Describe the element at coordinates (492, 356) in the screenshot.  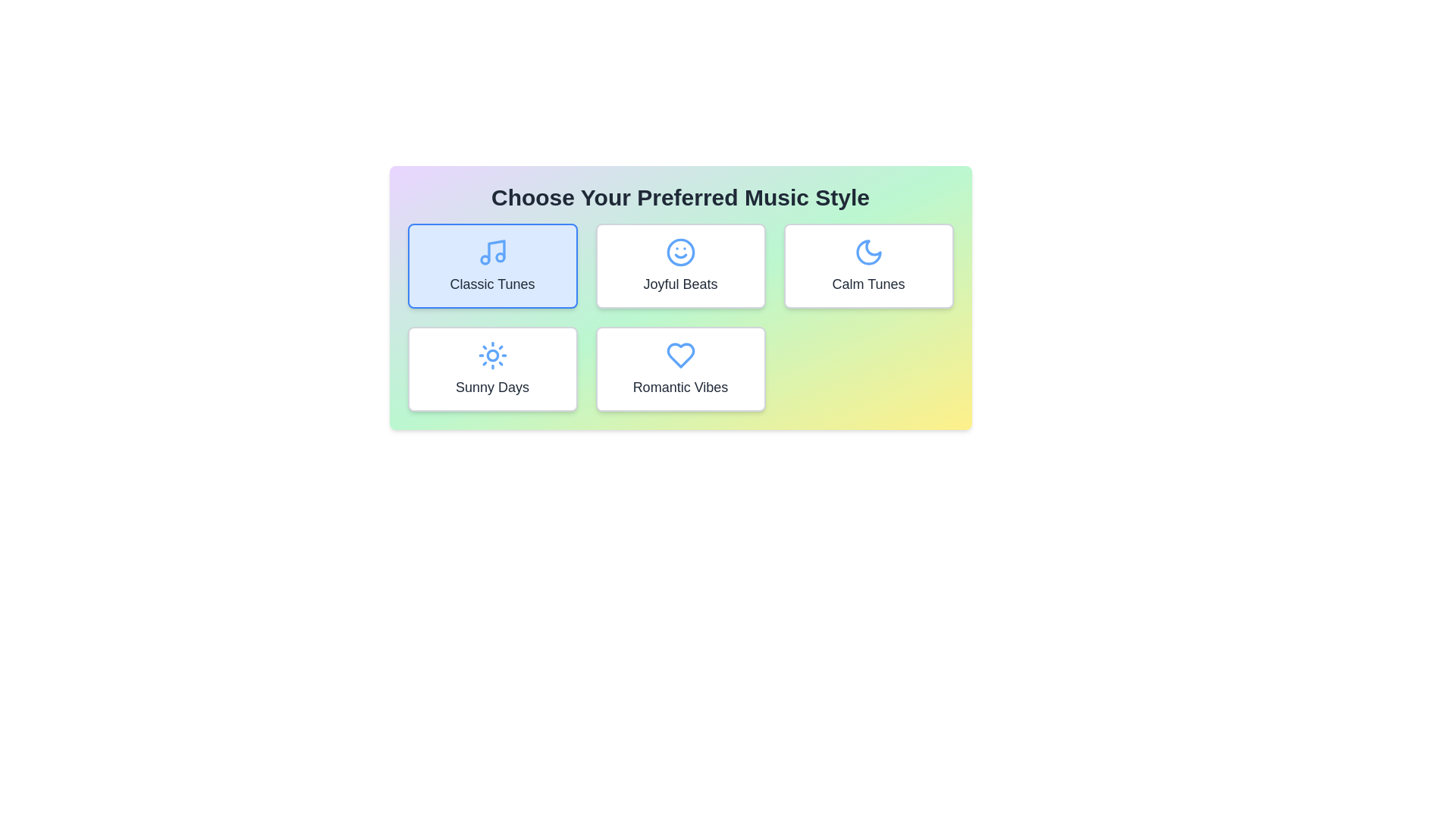
I see `the central circle of the sun icon within the button labeled 'Sunny Days'` at that location.